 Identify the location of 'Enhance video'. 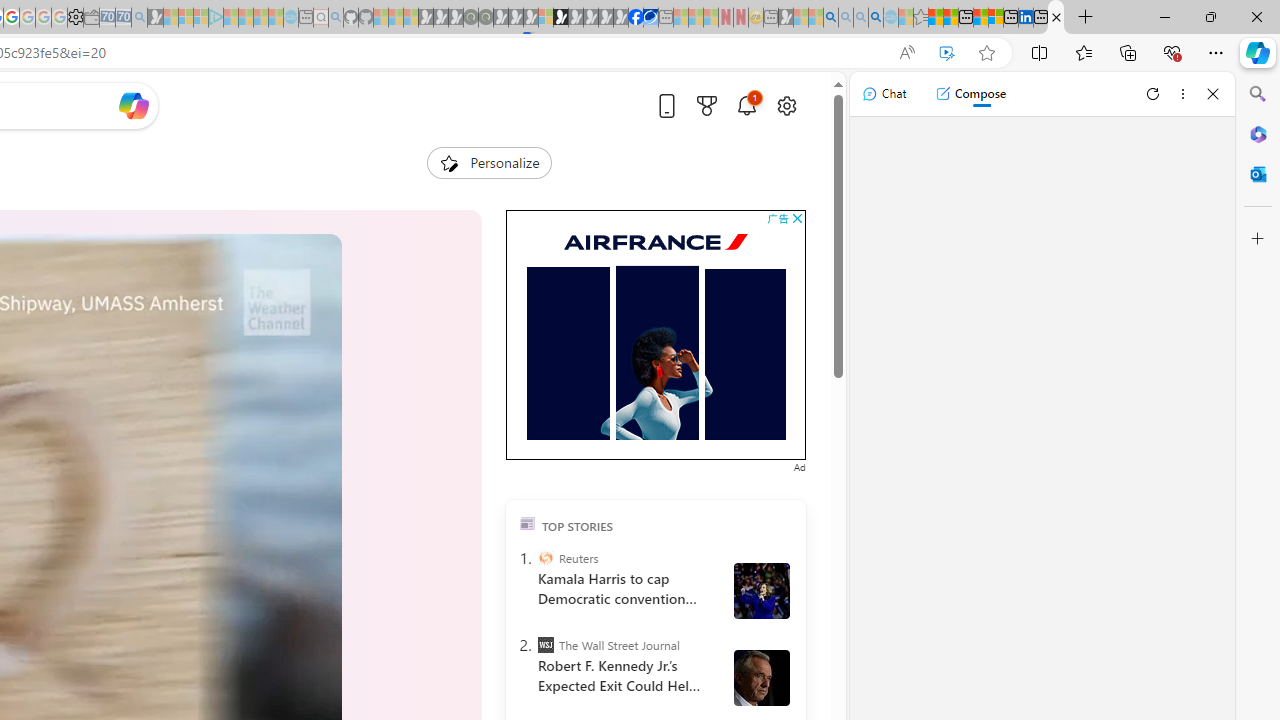
(945, 52).